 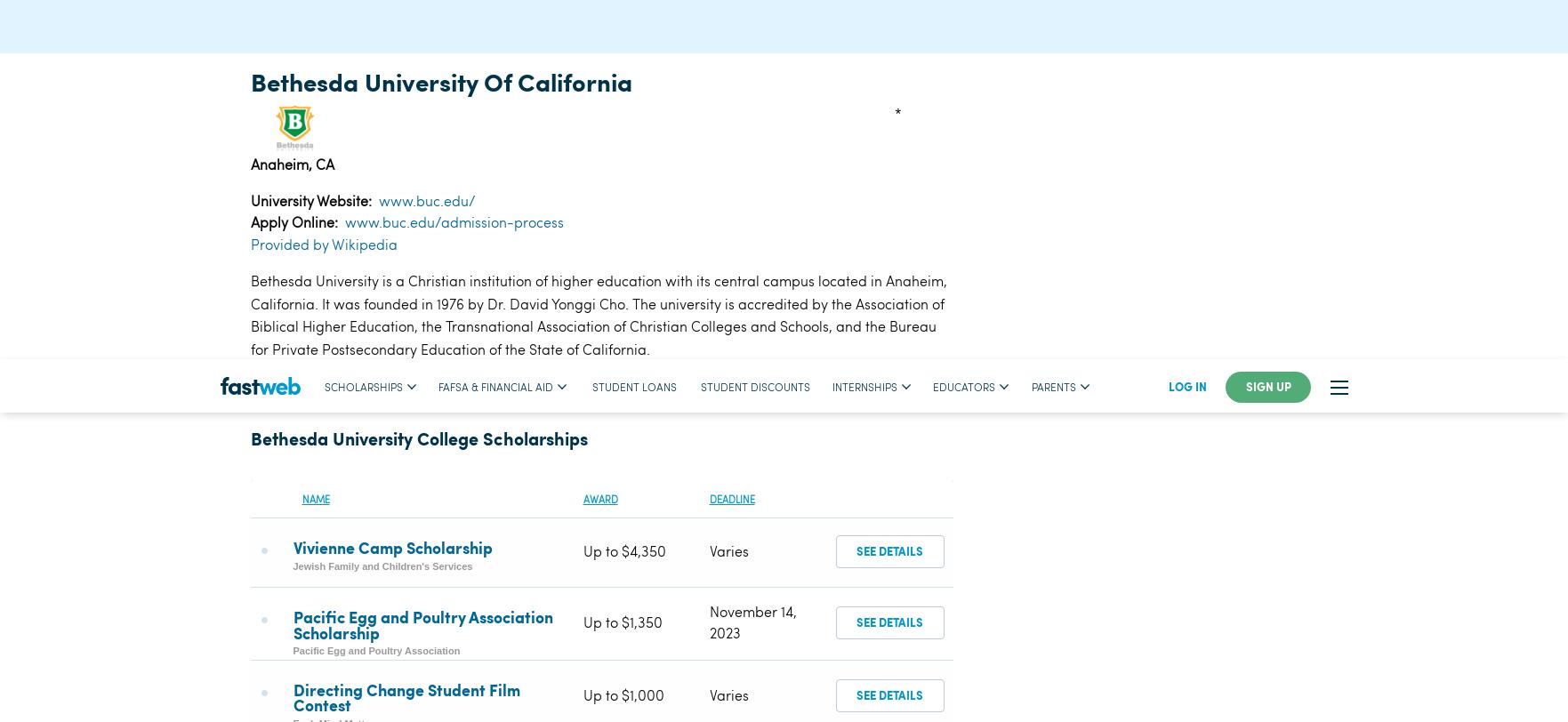 What do you see at coordinates (1031, 28) in the screenshot?
I see `'parents'` at bounding box center [1031, 28].